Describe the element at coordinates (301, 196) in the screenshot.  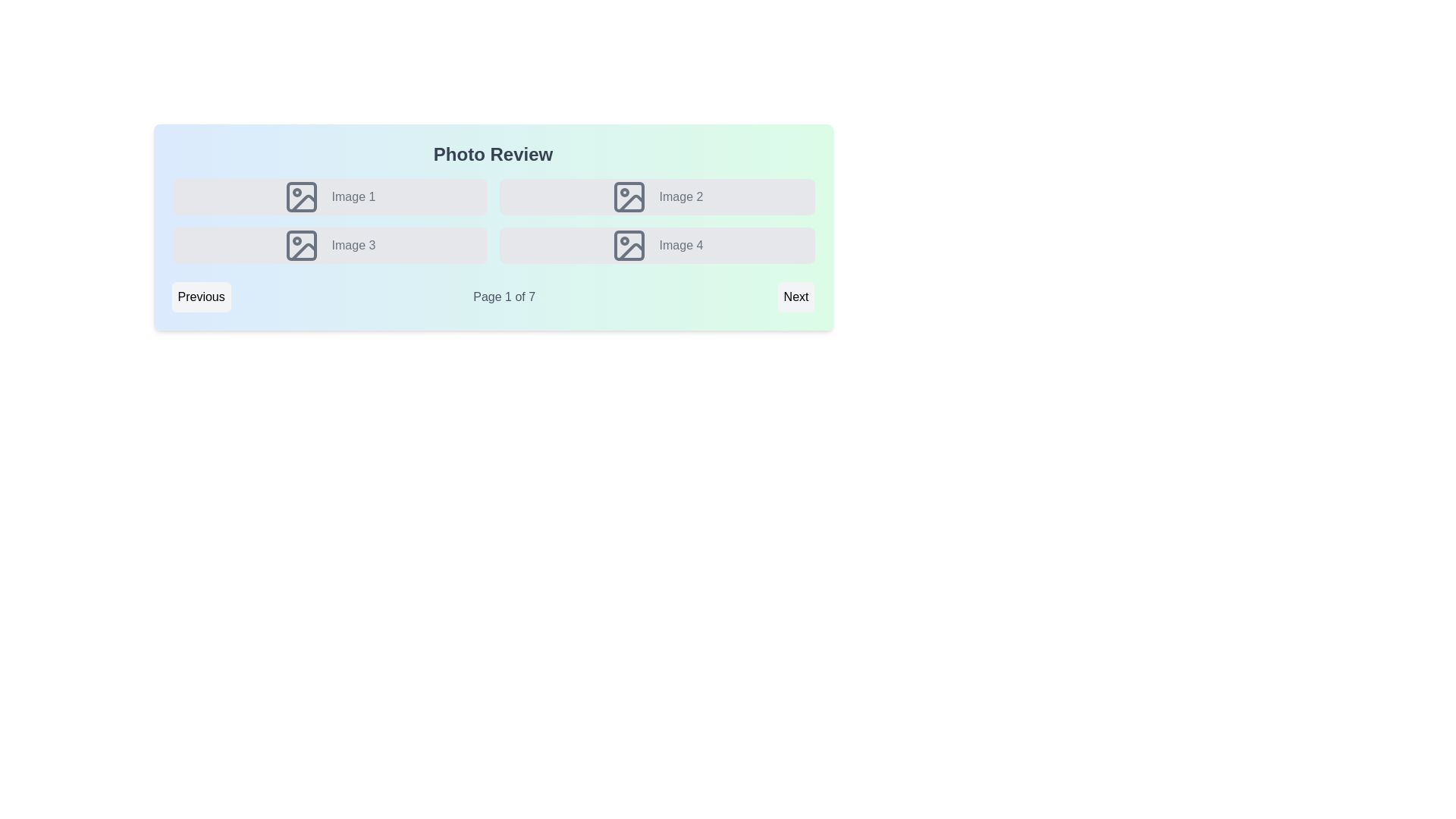
I see `the SVG icon representing the image placeholder labeled 'Image 1' located in the top left corner of the 'Photo Review' grid` at that location.